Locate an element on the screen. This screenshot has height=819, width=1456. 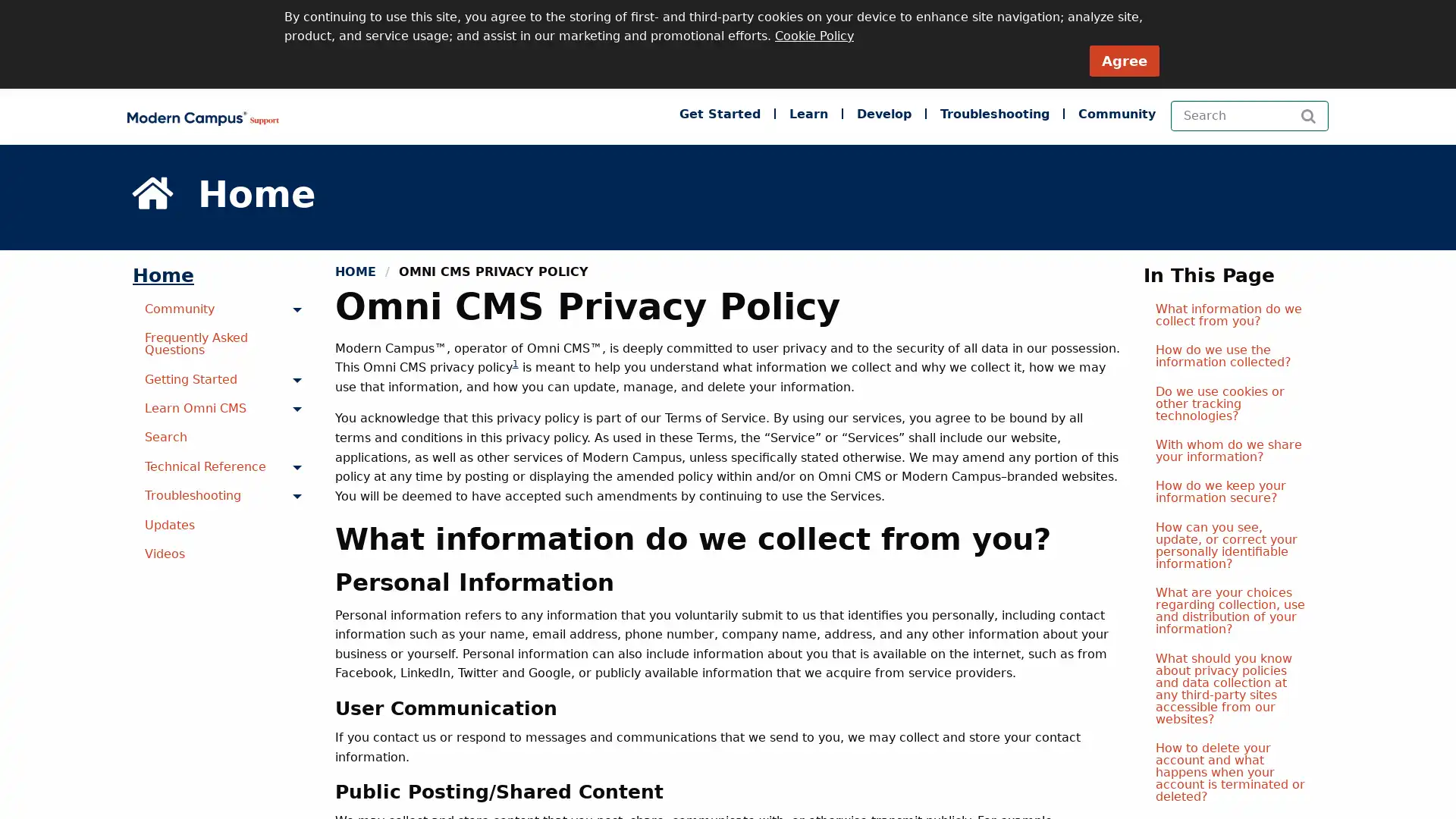
Toggle menu is located at coordinates (296, 379).